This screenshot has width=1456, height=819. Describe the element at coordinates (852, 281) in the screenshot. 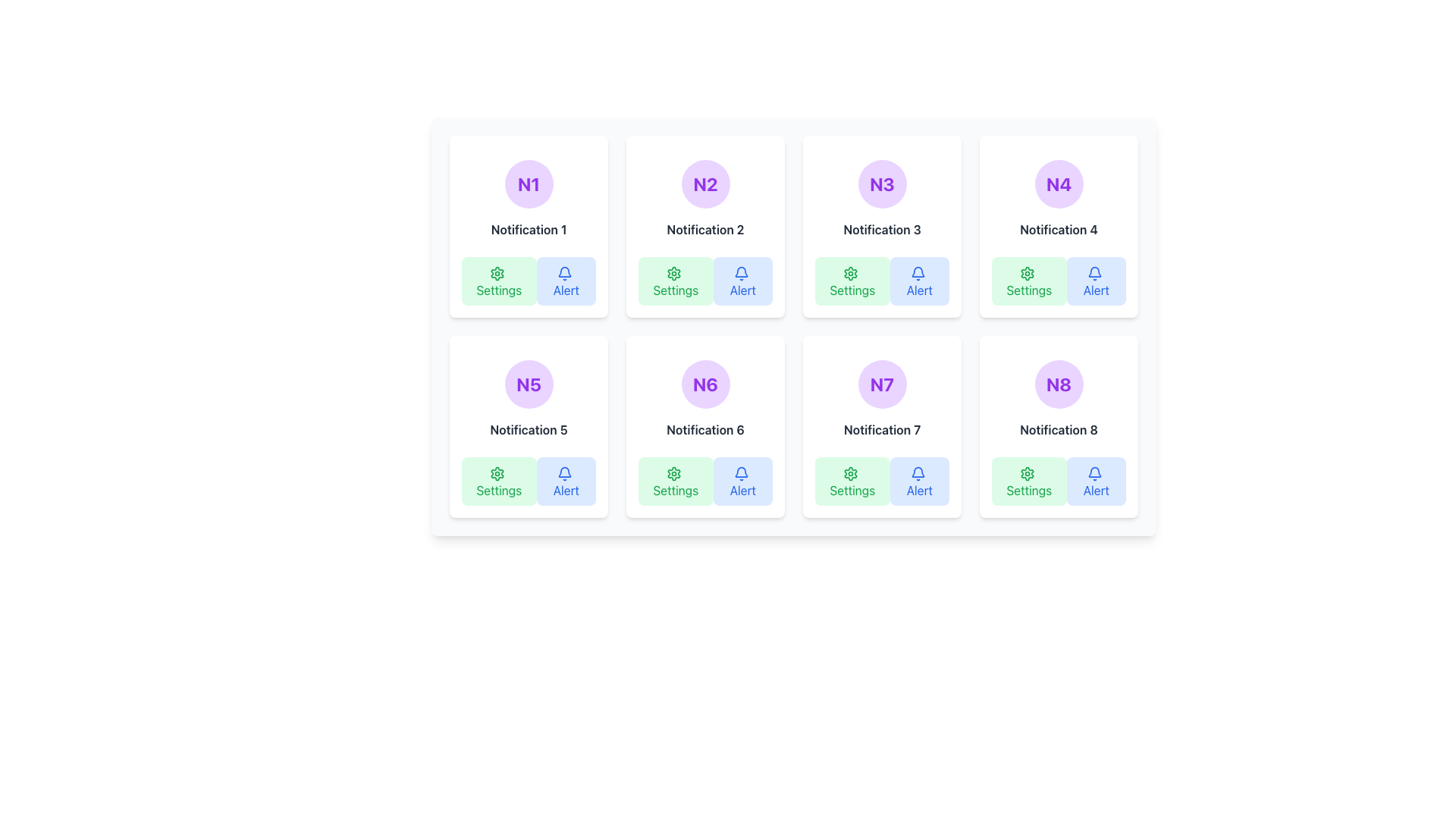

I see `the 'Settings' button with a light green background and gear icon, located in the top row, third column under the 'Notification 3' section` at that location.